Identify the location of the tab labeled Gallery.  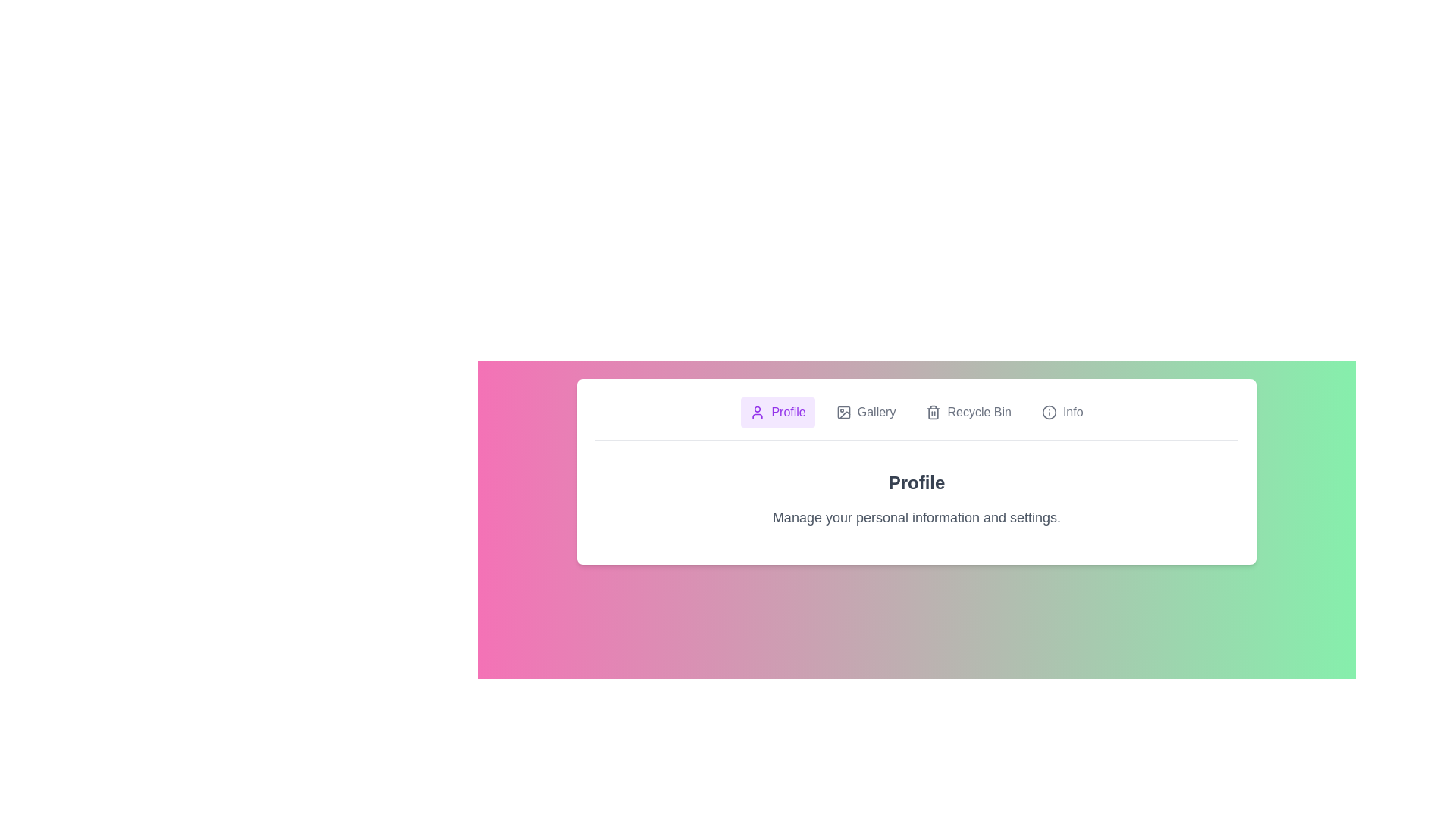
(866, 412).